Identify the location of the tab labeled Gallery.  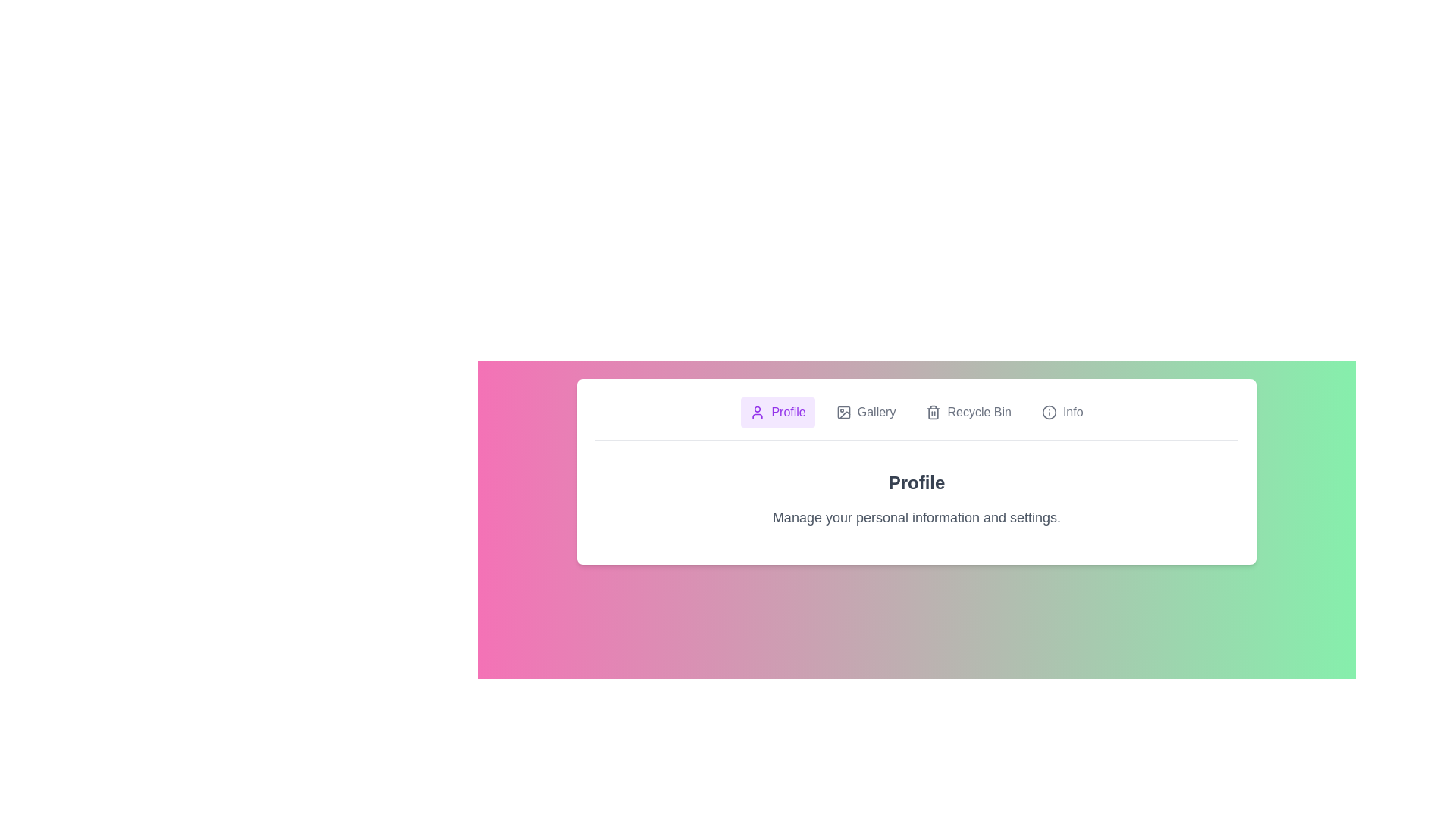
(866, 412).